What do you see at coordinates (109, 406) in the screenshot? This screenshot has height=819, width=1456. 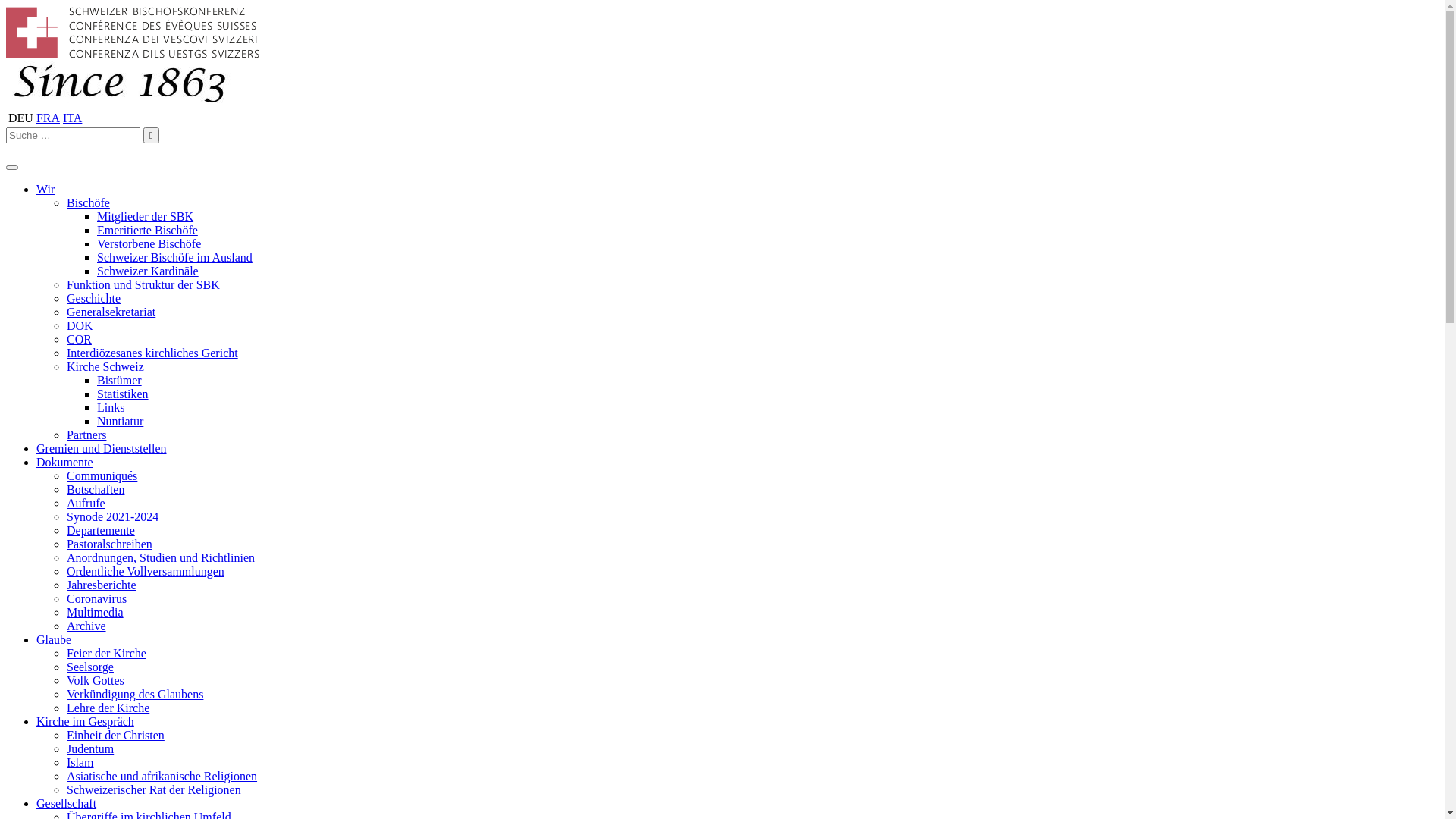 I see `'Links'` at bounding box center [109, 406].